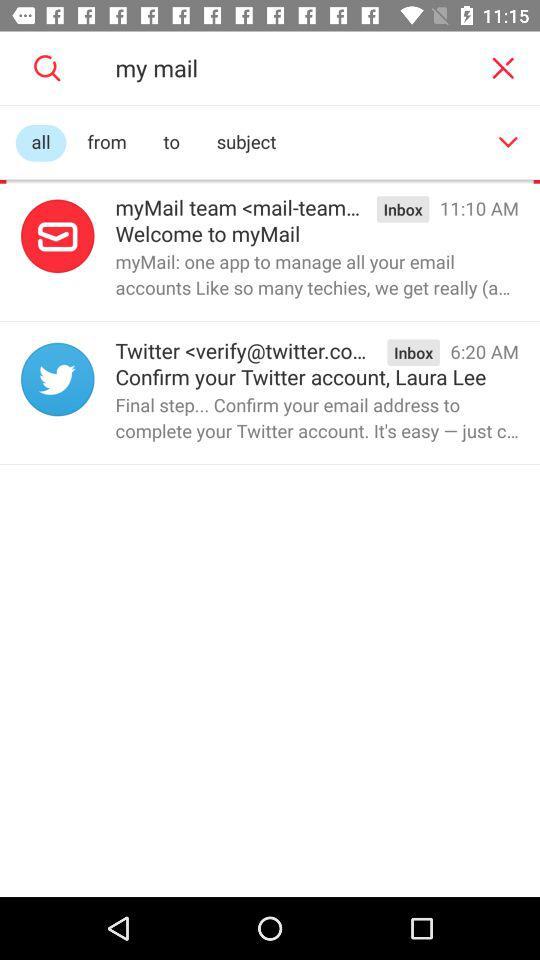  What do you see at coordinates (57, 236) in the screenshot?
I see `open email` at bounding box center [57, 236].